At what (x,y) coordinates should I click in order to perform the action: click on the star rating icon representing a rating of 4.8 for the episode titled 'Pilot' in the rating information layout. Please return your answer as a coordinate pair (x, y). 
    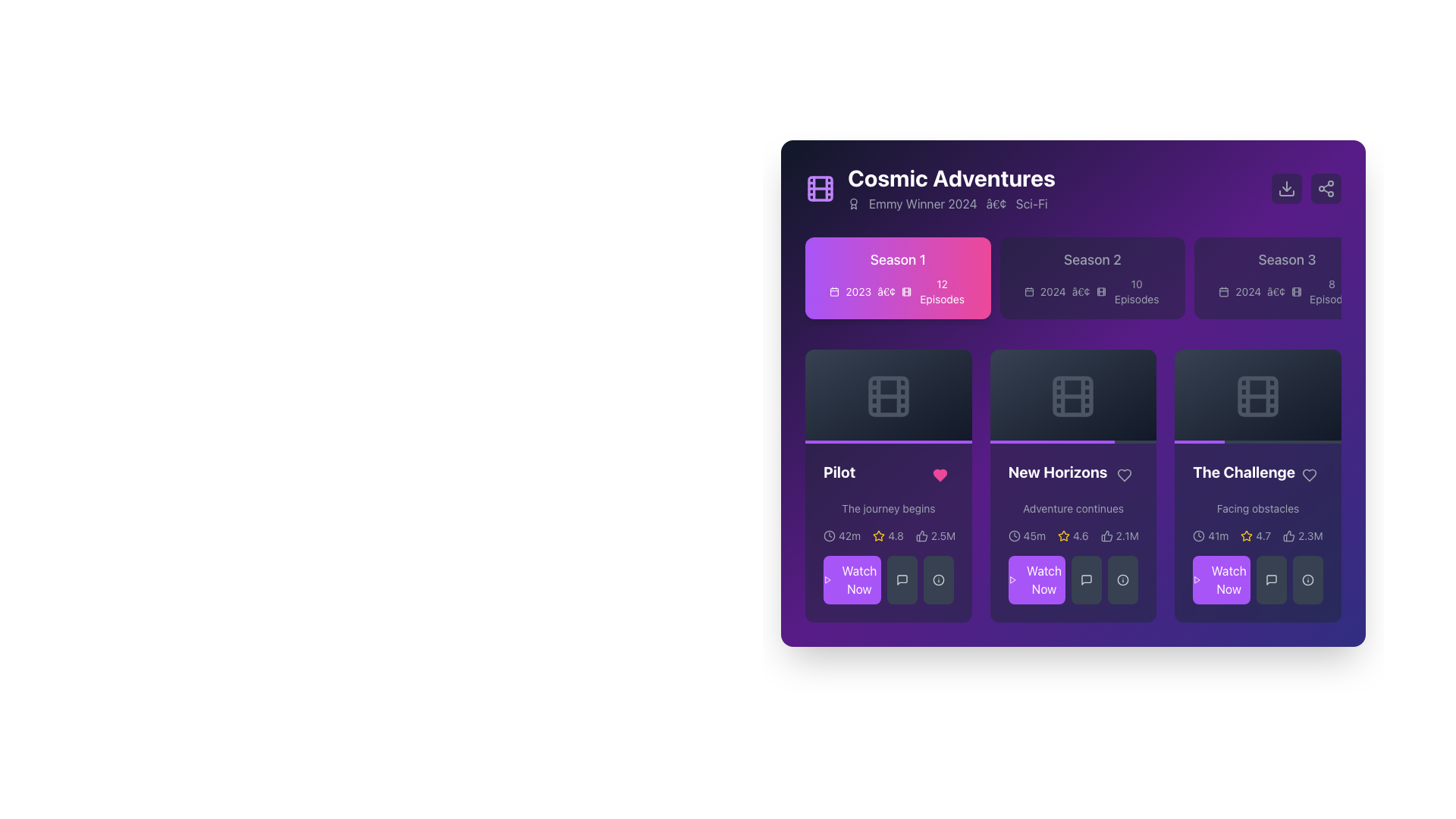
    Looking at the image, I should click on (879, 535).